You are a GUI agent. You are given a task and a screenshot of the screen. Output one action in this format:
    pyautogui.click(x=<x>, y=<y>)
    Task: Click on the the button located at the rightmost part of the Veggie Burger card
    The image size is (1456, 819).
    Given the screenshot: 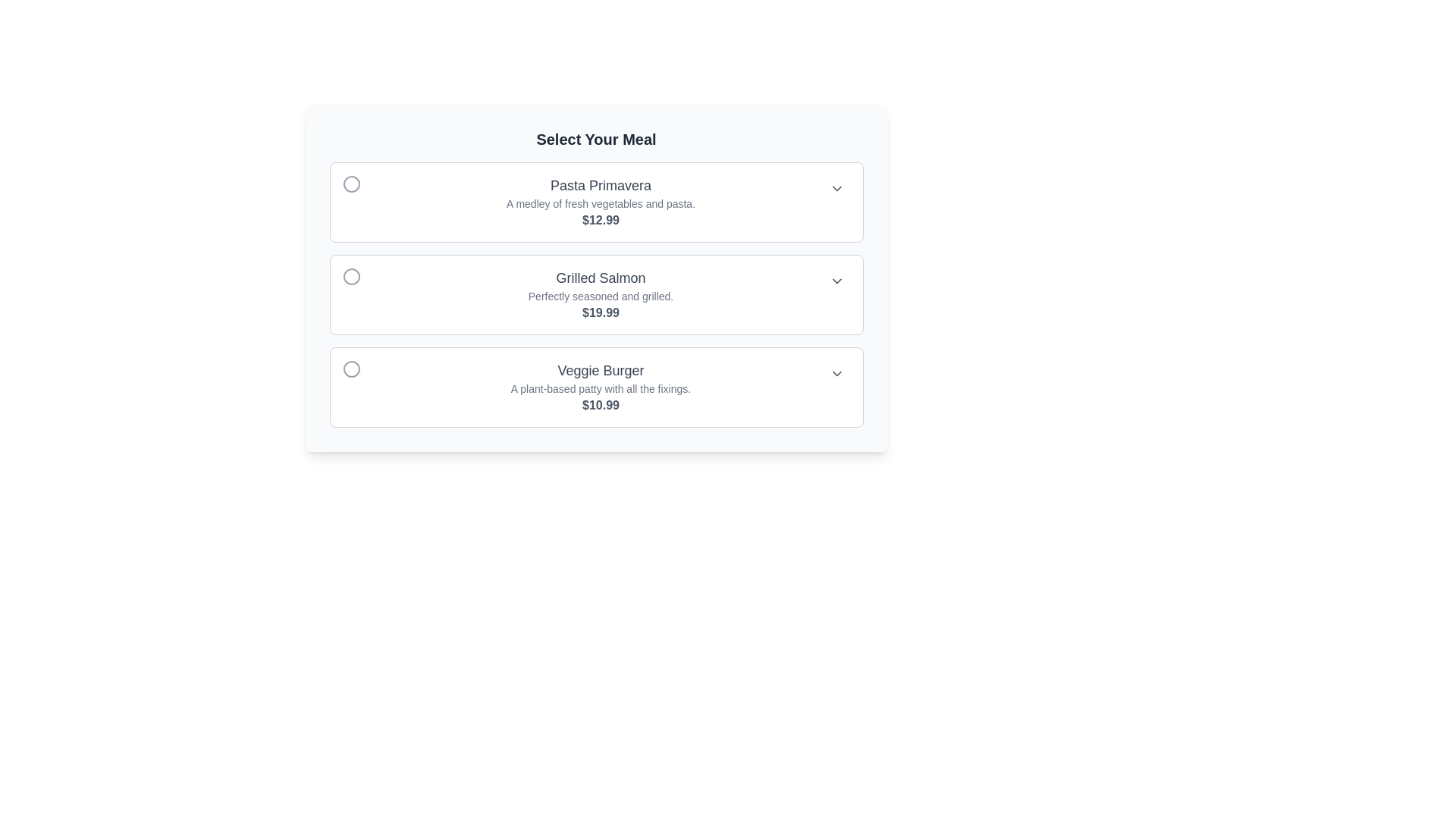 What is the action you would take?
    pyautogui.click(x=836, y=374)
    